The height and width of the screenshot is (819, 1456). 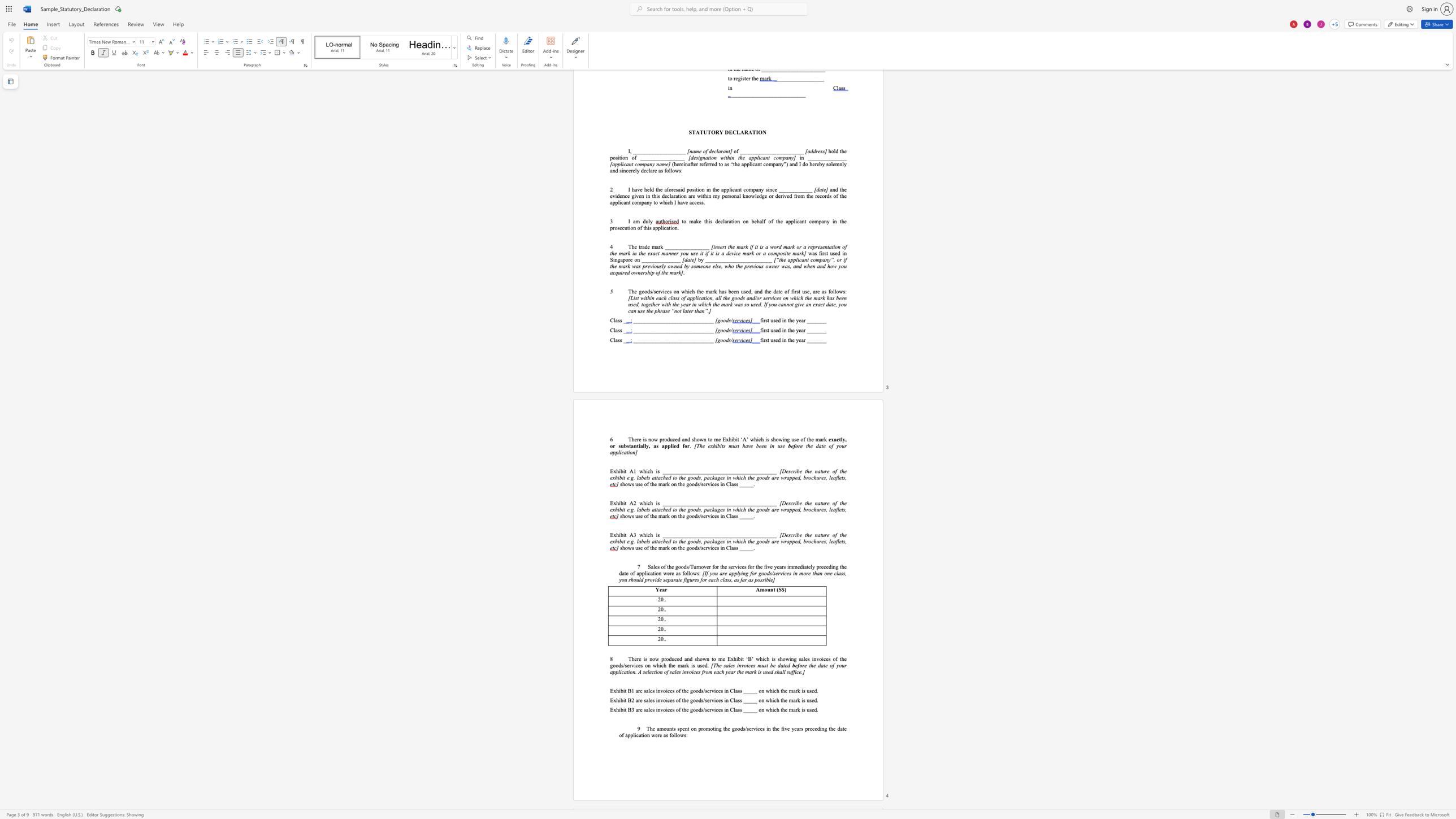 What do you see at coordinates (745, 566) in the screenshot?
I see `the 4th character "s" in the text` at bounding box center [745, 566].